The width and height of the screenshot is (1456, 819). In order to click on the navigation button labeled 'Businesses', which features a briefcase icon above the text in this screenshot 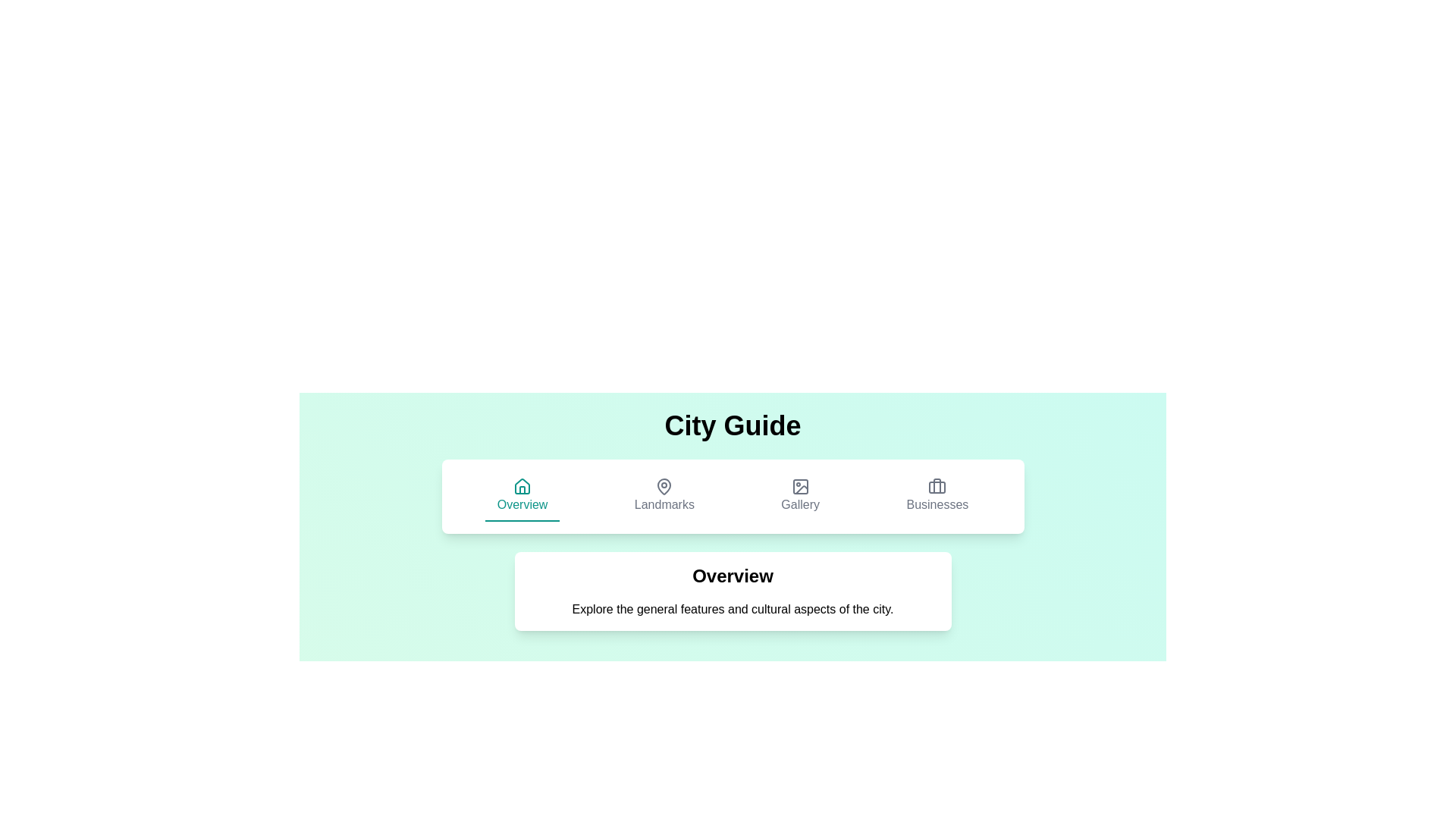, I will do `click(937, 497)`.